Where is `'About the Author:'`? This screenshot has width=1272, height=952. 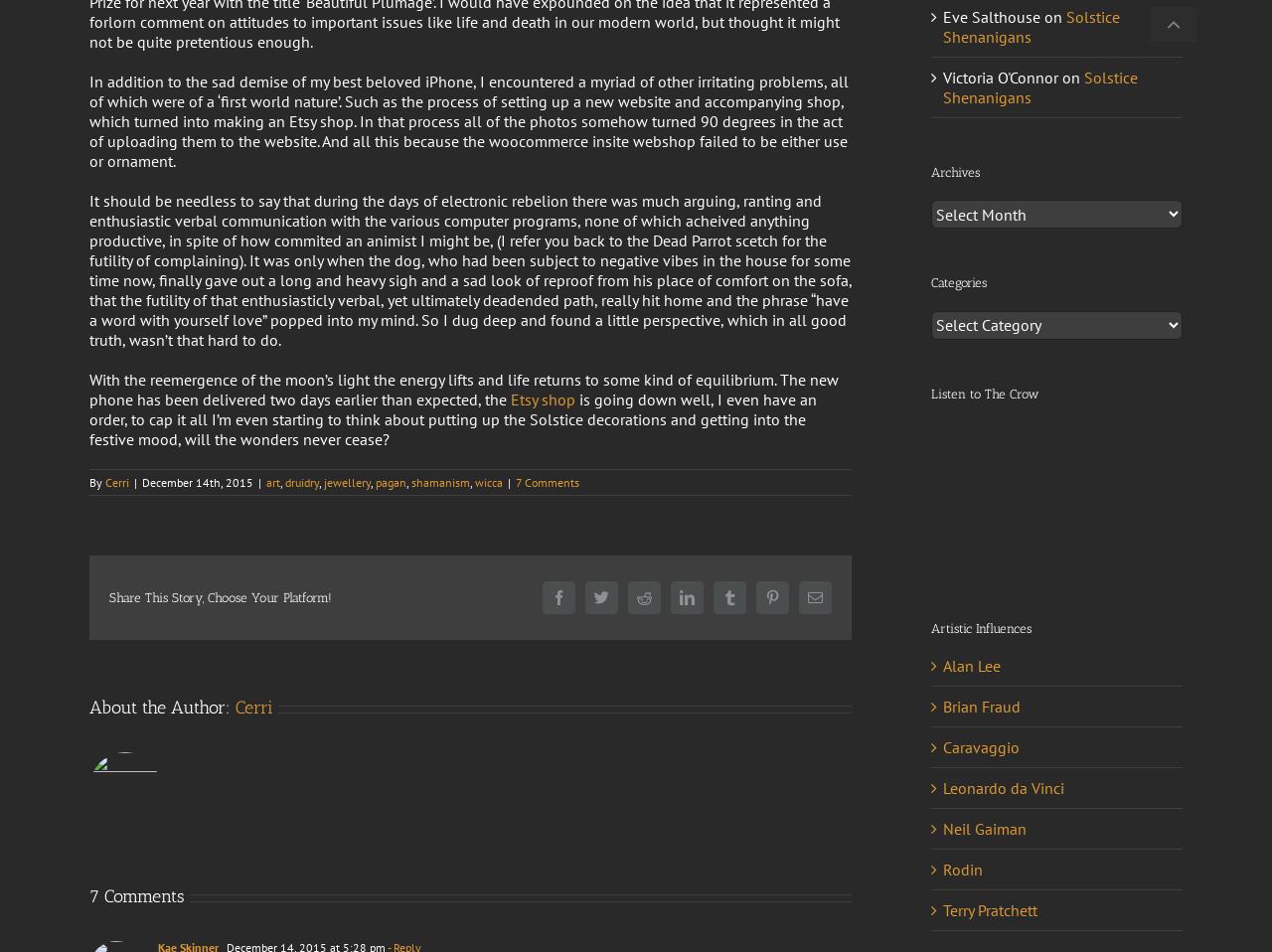
'About the Author:' is located at coordinates (162, 706).